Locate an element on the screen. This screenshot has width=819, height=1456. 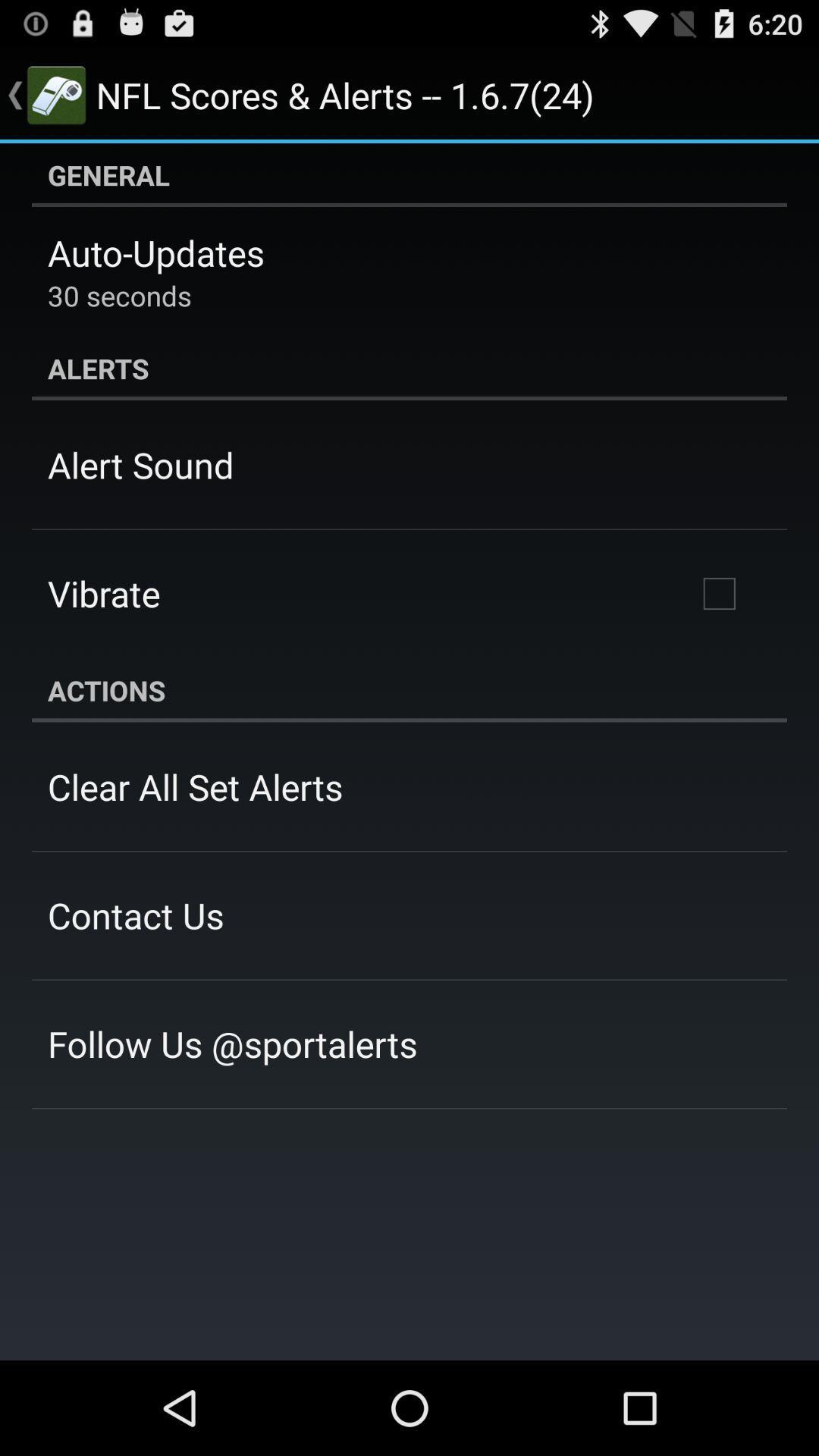
the item below the auto-updates is located at coordinates (118, 295).